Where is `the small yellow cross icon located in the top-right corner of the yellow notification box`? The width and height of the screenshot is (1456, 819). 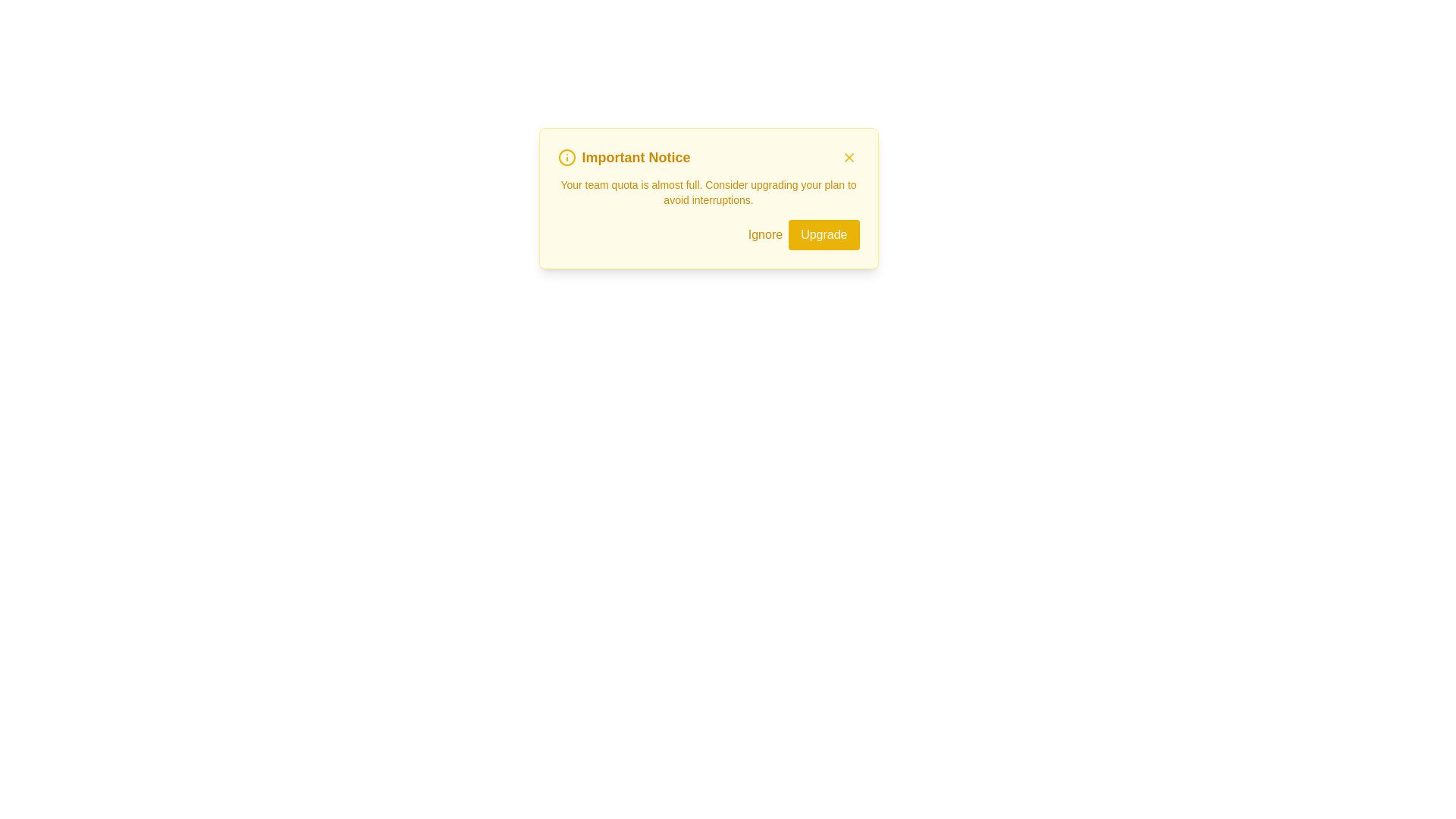 the small yellow cross icon located in the top-right corner of the yellow notification box is located at coordinates (848, 158).